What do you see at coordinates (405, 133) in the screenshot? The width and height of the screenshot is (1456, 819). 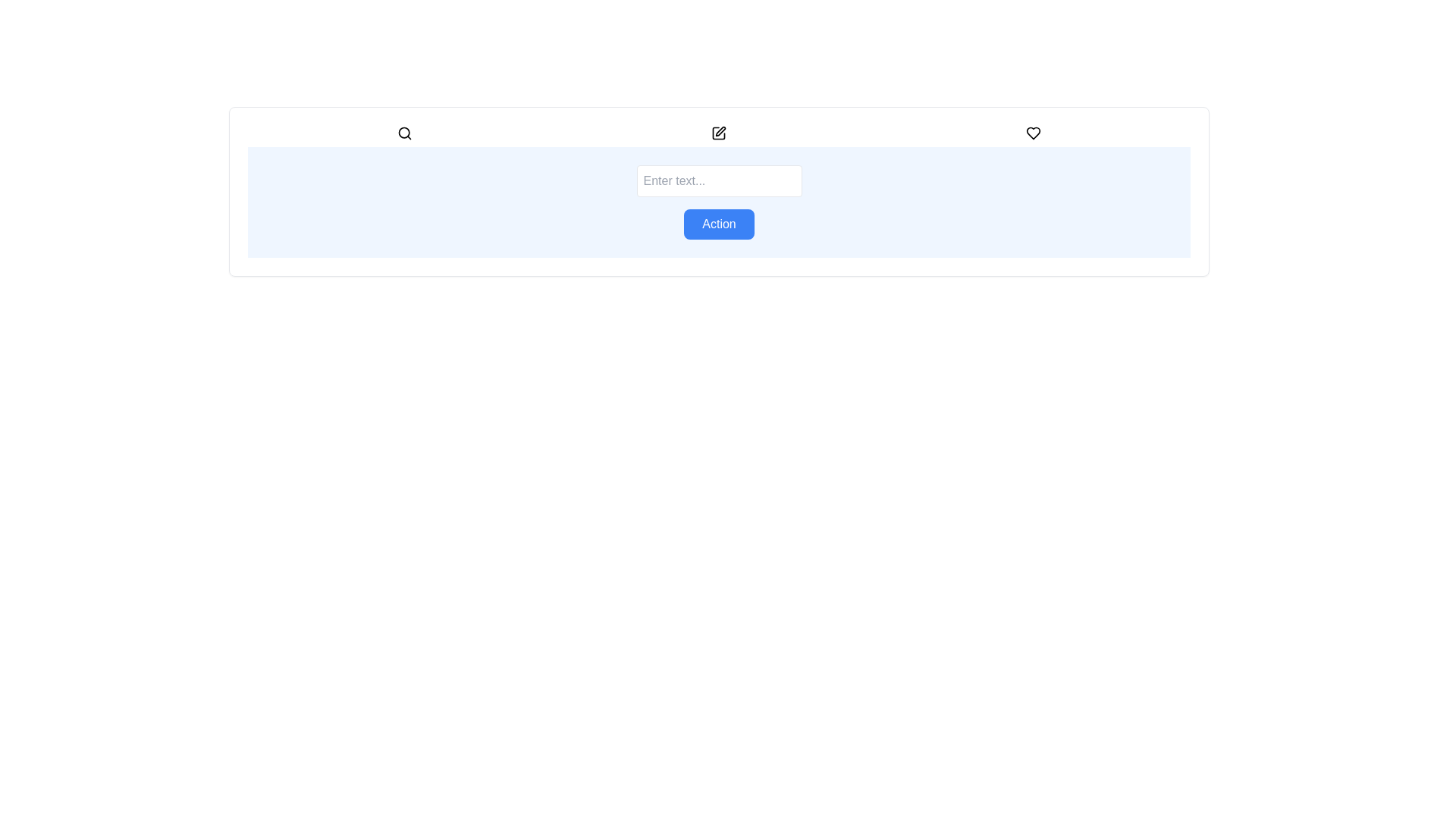 I see `the tab corresponding to Search` at bounding box center [405, 133].